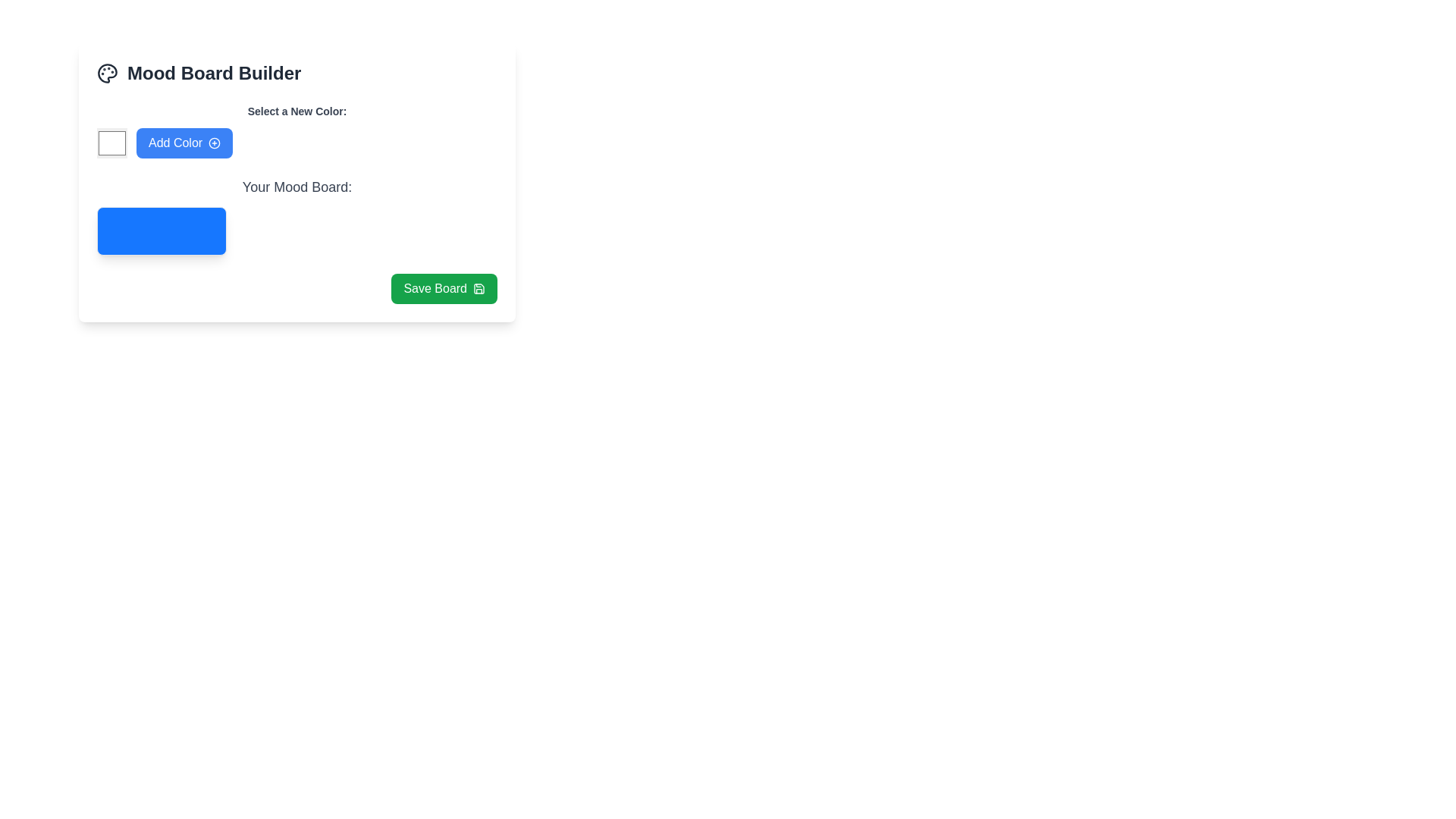 This screenshot has height=819, width=1456. I want to click on the circular outline icon located immediately to the right of the blue 'Add Color' button, so click(214, 143).